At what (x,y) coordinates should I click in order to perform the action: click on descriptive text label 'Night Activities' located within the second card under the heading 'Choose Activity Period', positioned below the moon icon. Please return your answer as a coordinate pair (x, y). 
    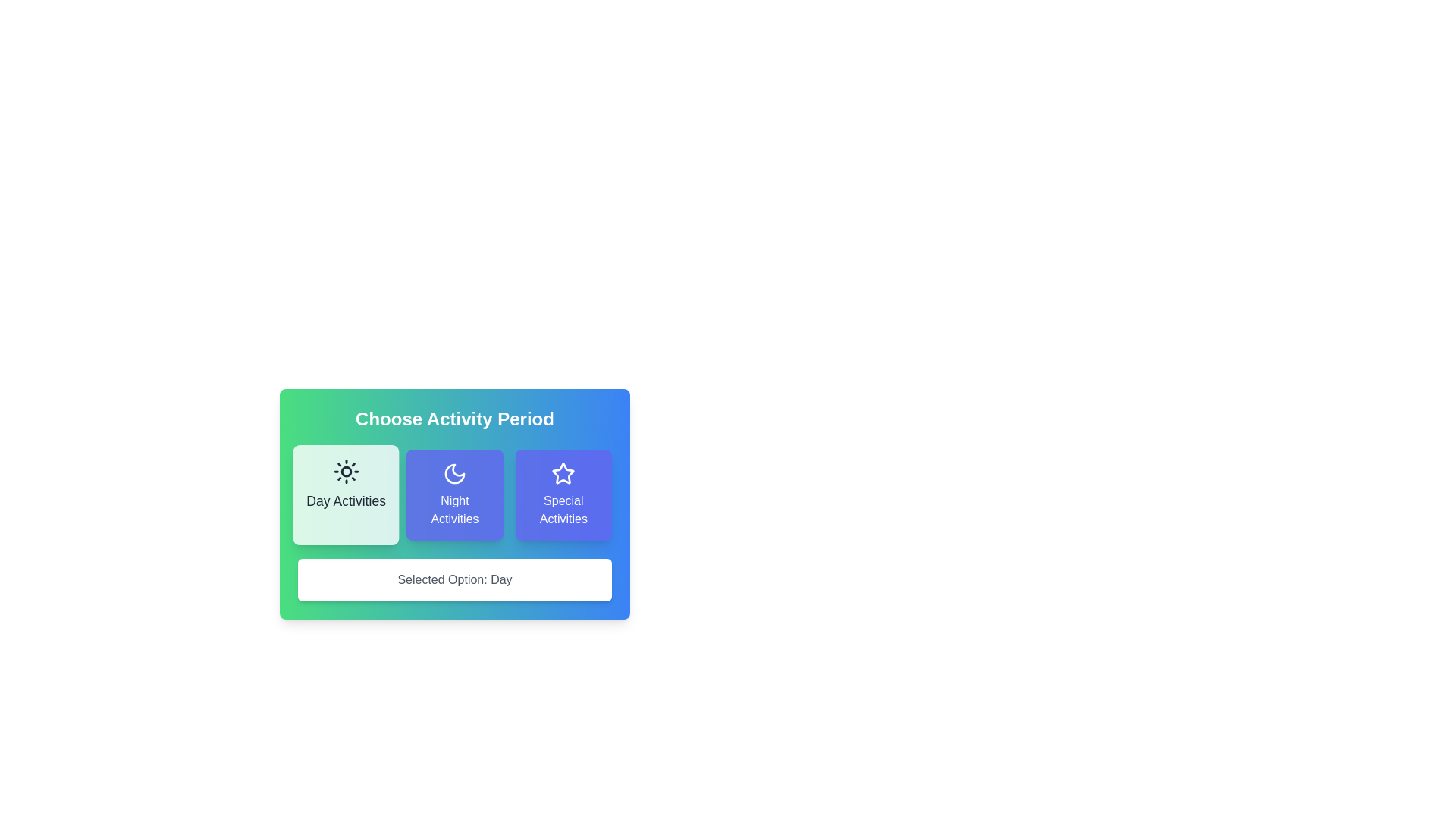
    Looking at the image, I should click on (454, 510).